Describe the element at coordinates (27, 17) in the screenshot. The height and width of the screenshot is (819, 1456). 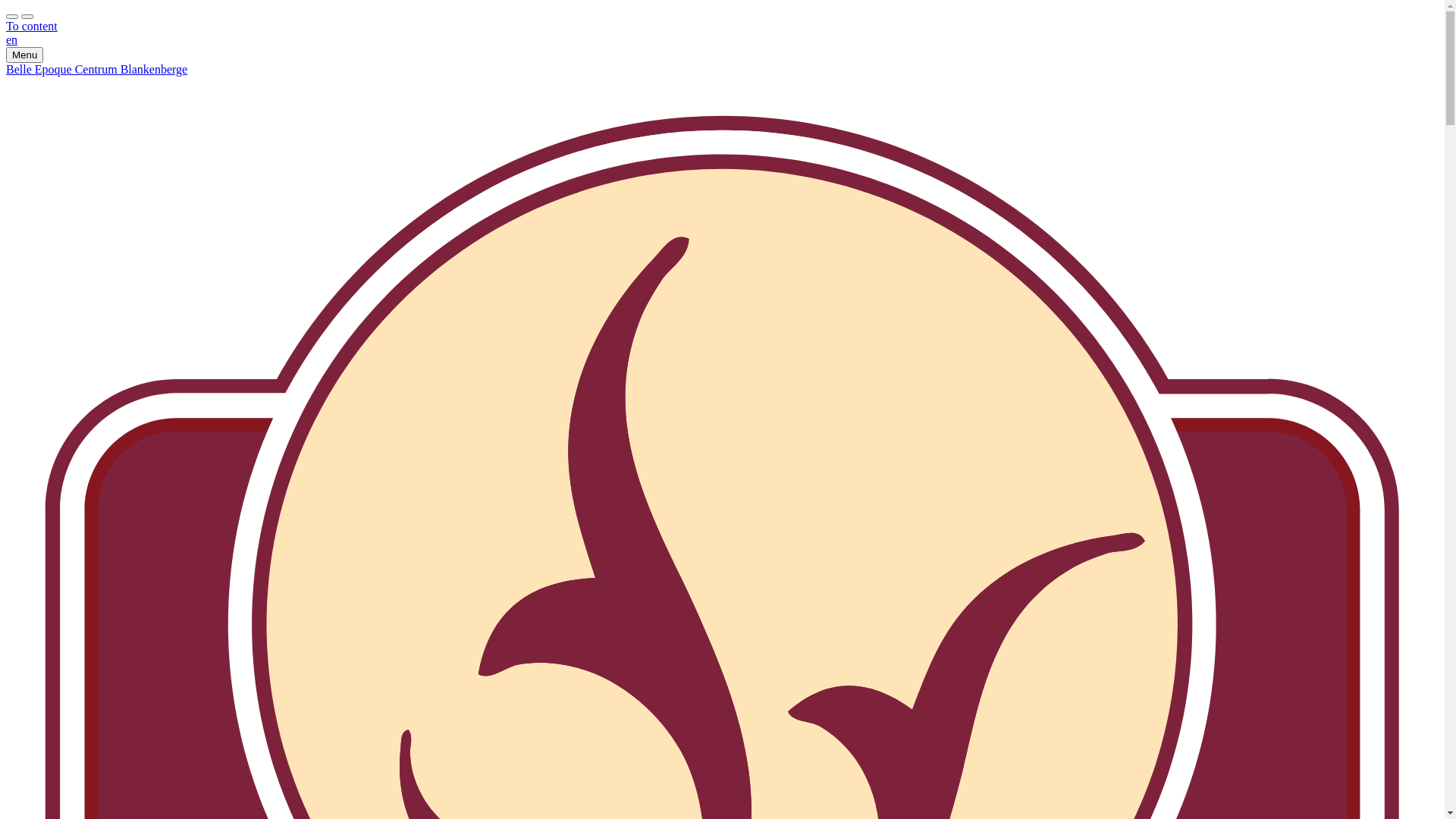
I see `'decline'` at that location.